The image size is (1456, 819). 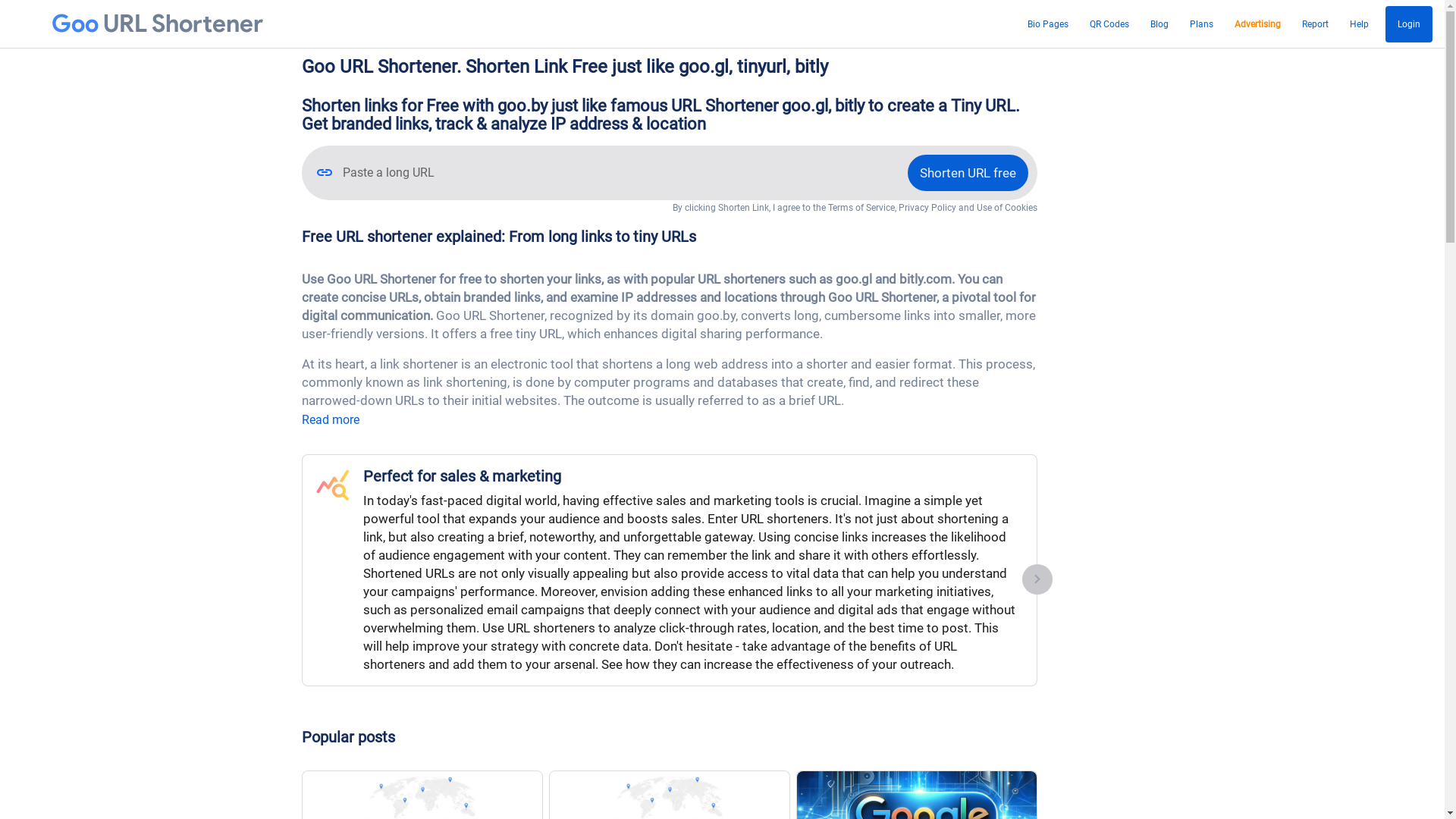 I want to click on 'Shorten URL free', so click(x=966, y=171).